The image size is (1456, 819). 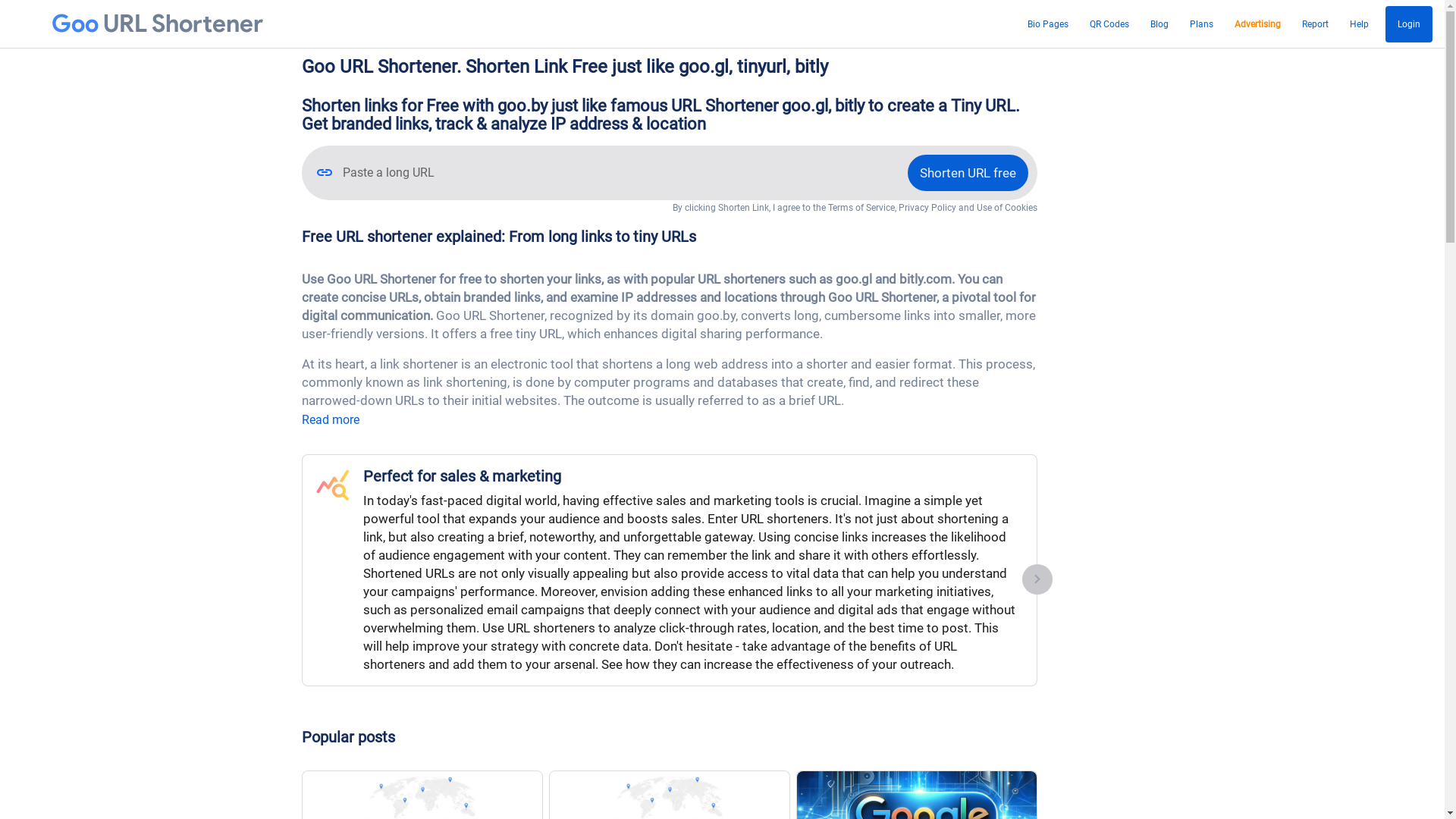 I want to click on 'Shorten URL free', so click(x=966, y=171).